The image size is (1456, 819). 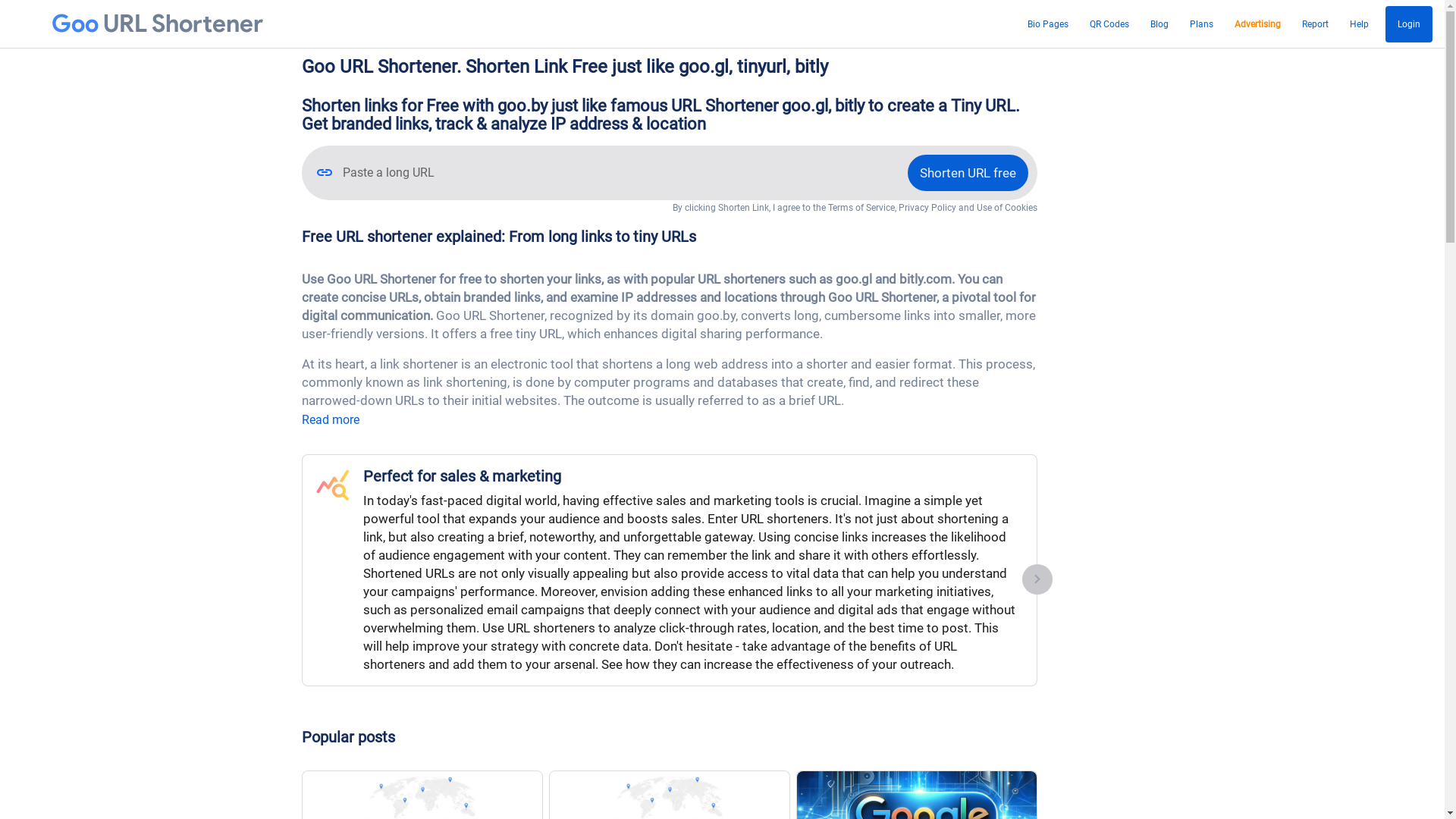 I want to click on 'Shorten URL free', so click(x=966, y=171).